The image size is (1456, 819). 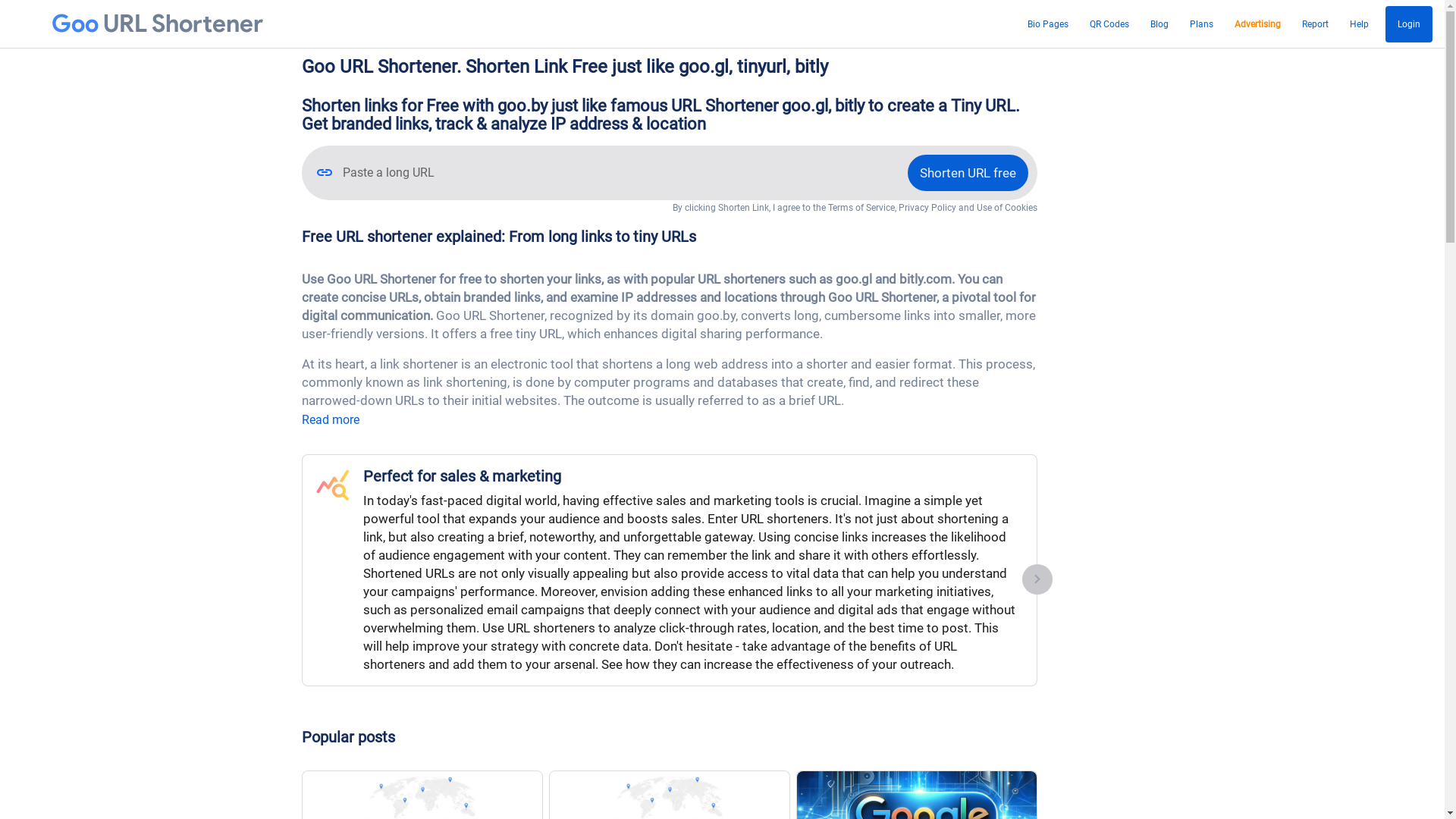 I want to click on 'Shorten URL free', so click(x=966, y=171).